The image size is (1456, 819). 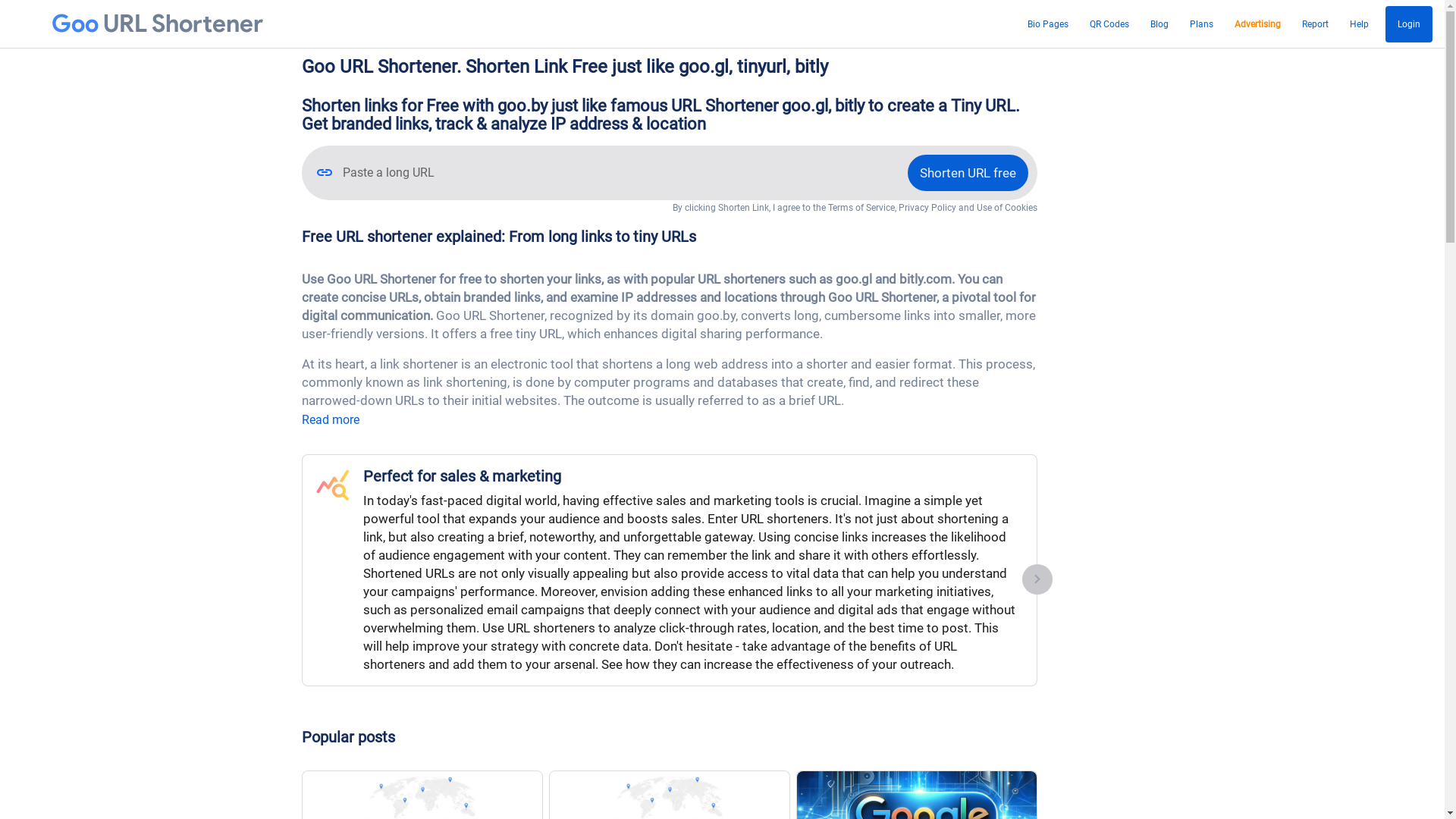 I want to click on 'Shorten URL free', so click(x=966, y=171).